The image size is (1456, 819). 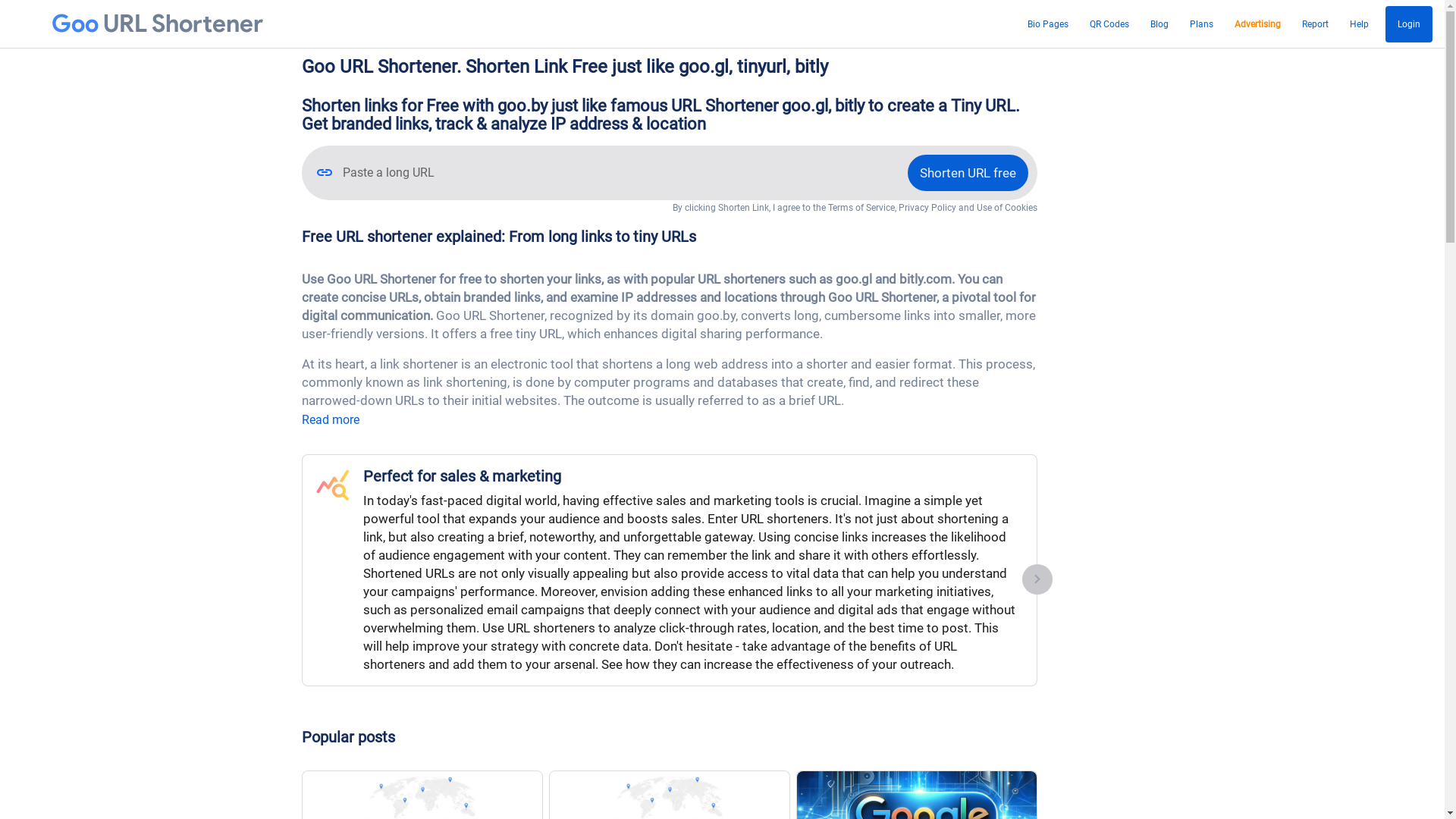 I want to click on 'Shorten URL free', so click(x=966, y=171).